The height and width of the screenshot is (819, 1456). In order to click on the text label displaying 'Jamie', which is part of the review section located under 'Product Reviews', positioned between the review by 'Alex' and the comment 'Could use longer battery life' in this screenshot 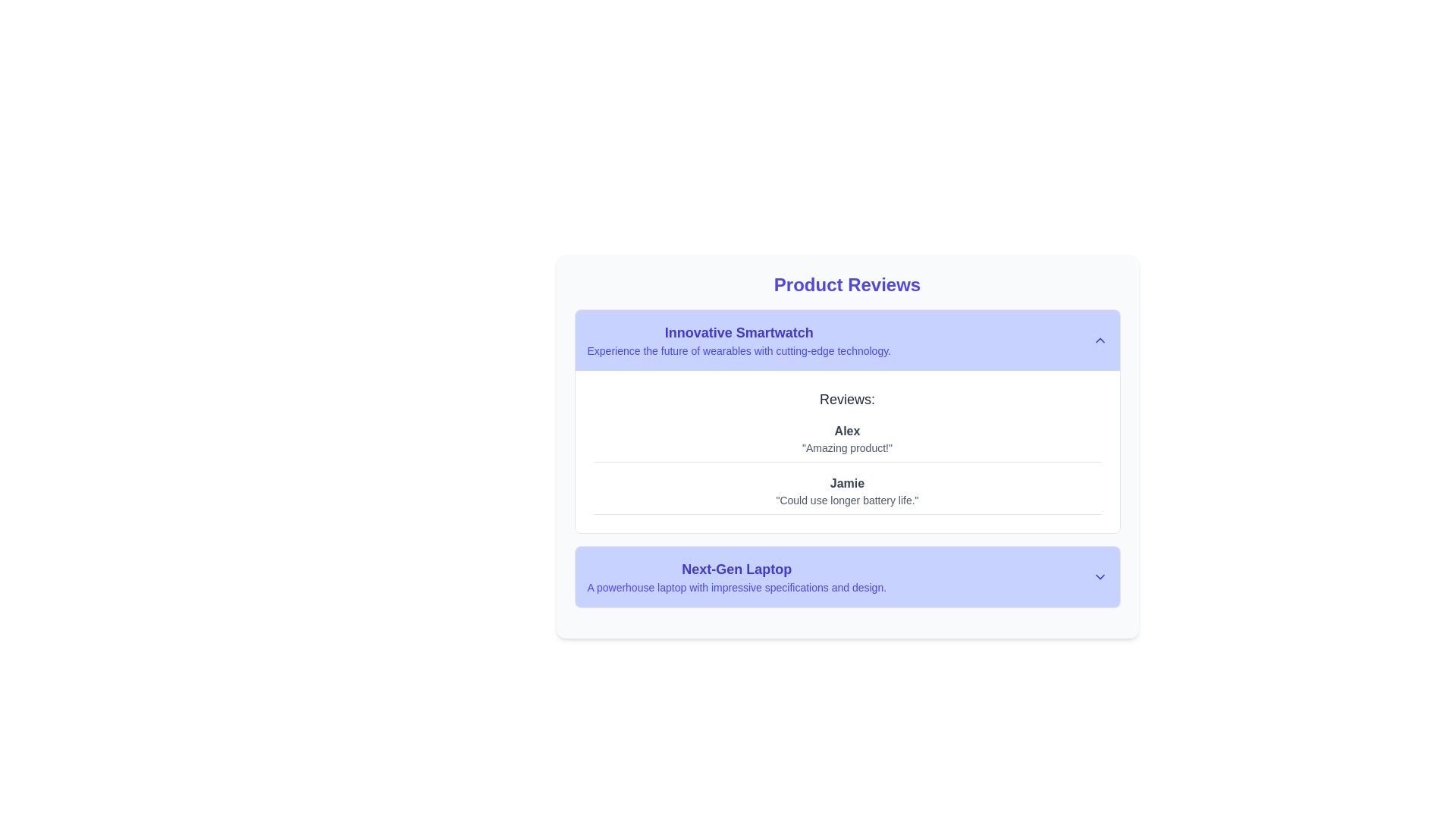, I will do `click(846, 483)`.